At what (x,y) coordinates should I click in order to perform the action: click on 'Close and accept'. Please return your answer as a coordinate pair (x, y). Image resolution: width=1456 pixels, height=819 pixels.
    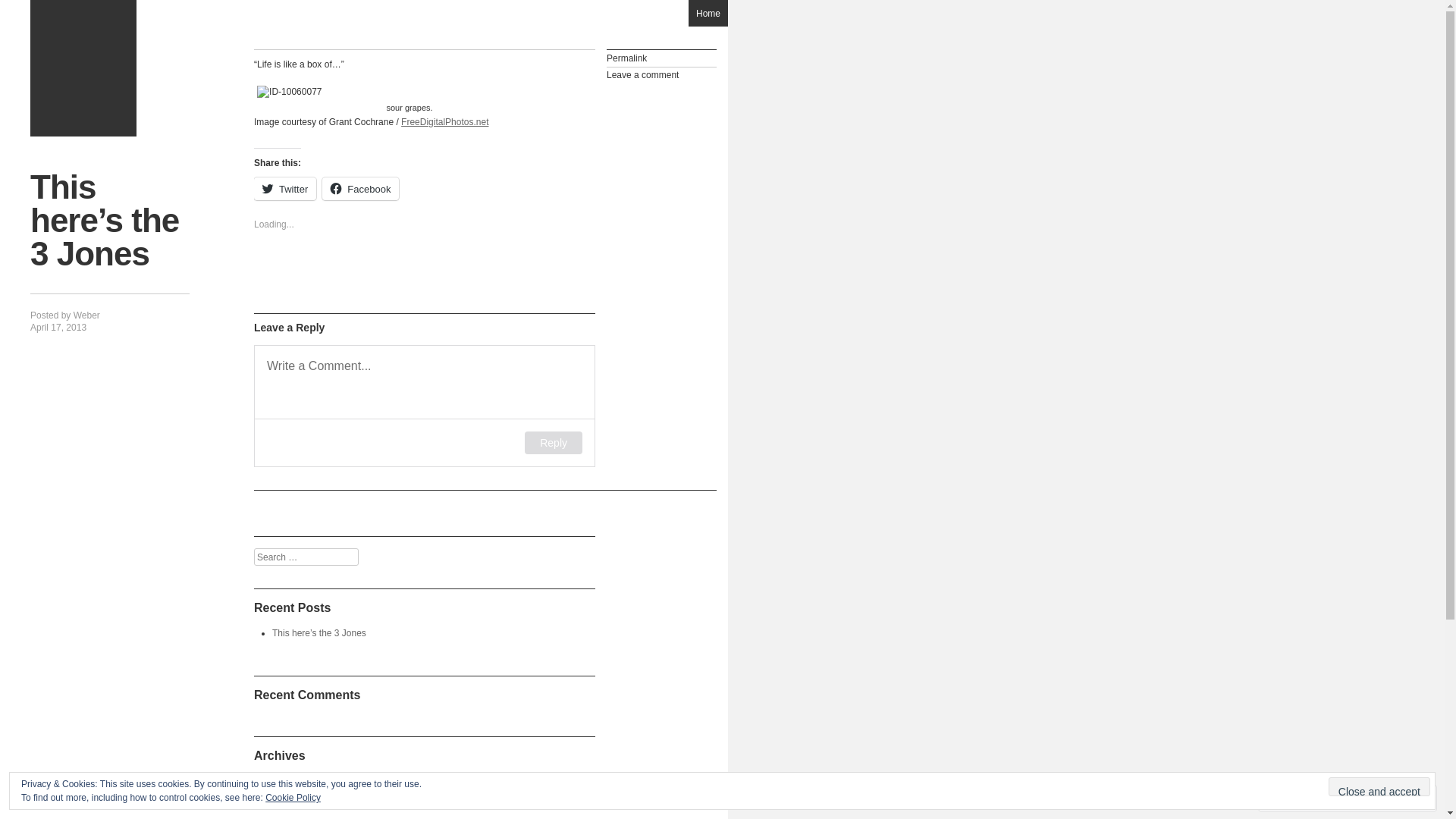
    Looking at the image, I should click on (1328, 786).